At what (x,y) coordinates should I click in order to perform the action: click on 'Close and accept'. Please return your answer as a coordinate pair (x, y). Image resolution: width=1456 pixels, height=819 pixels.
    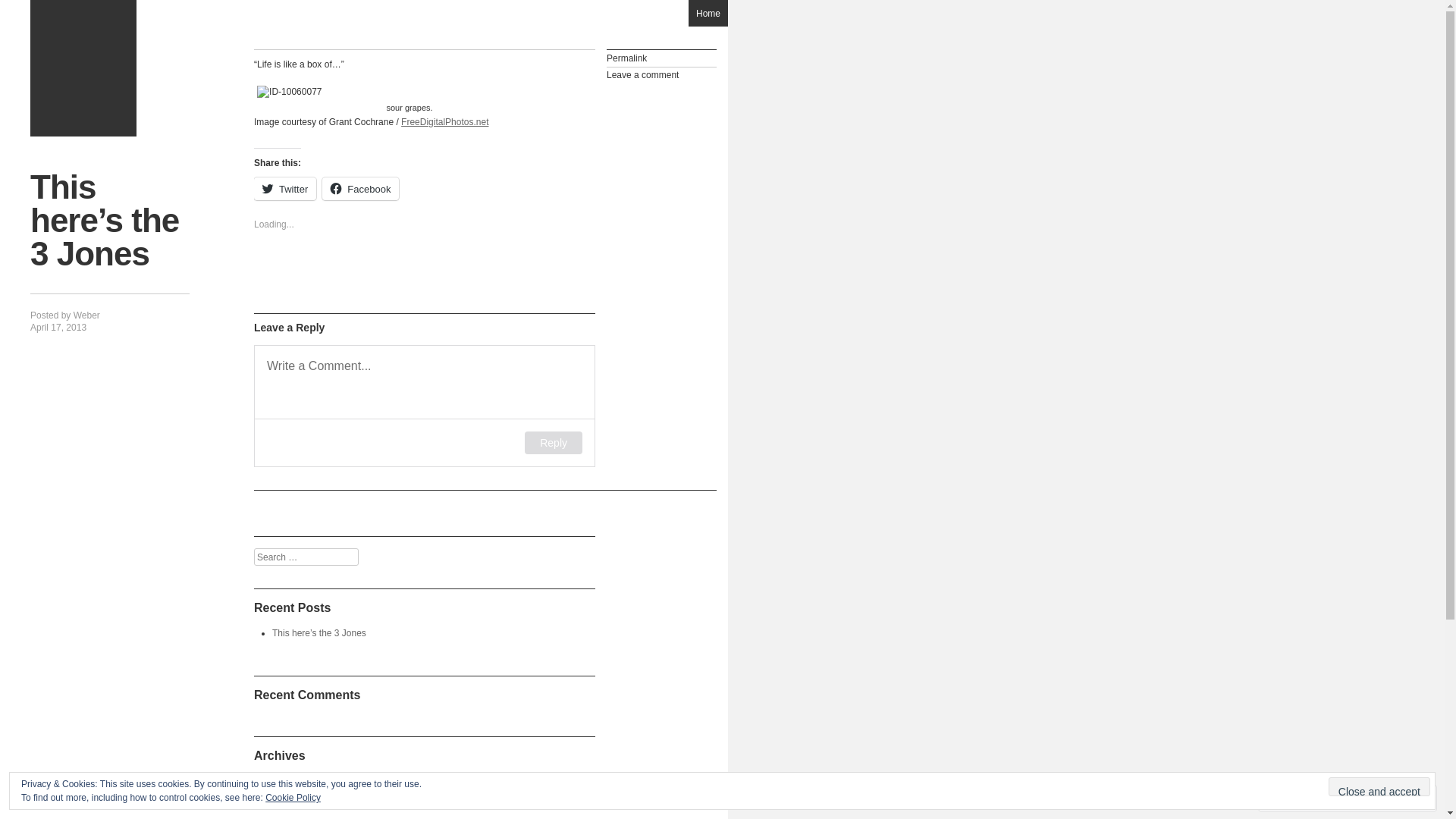
    Looking at the image, I should click on (1328, 786).